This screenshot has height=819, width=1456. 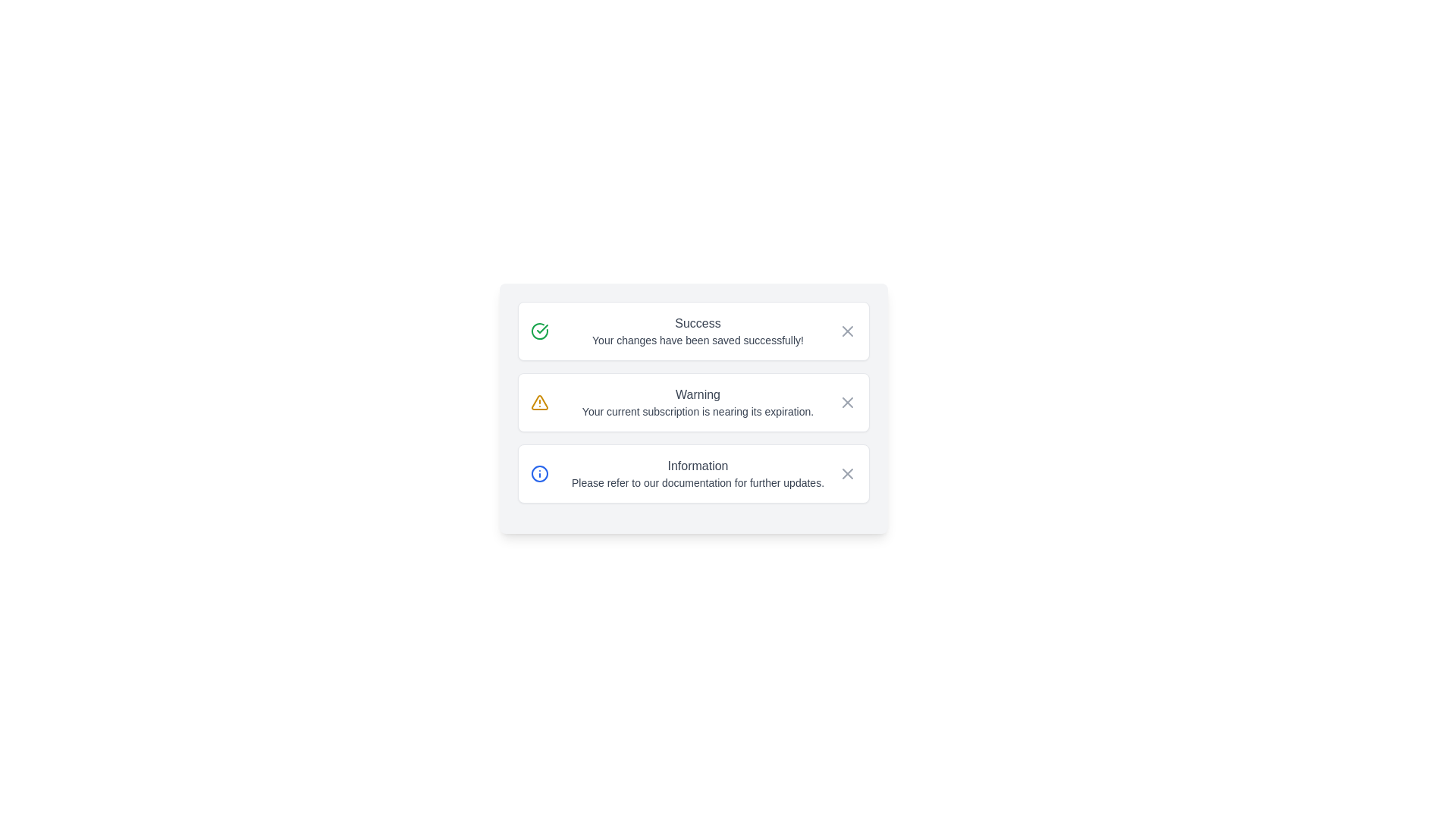 What do you see at coordinates (539, 472) in the screenshot?
I see `the SVG Circle Element that visually represents information or help, located next to the text 'Information' at the bottom of a vertical stack in a card layout` at bounding box center [539, 472].